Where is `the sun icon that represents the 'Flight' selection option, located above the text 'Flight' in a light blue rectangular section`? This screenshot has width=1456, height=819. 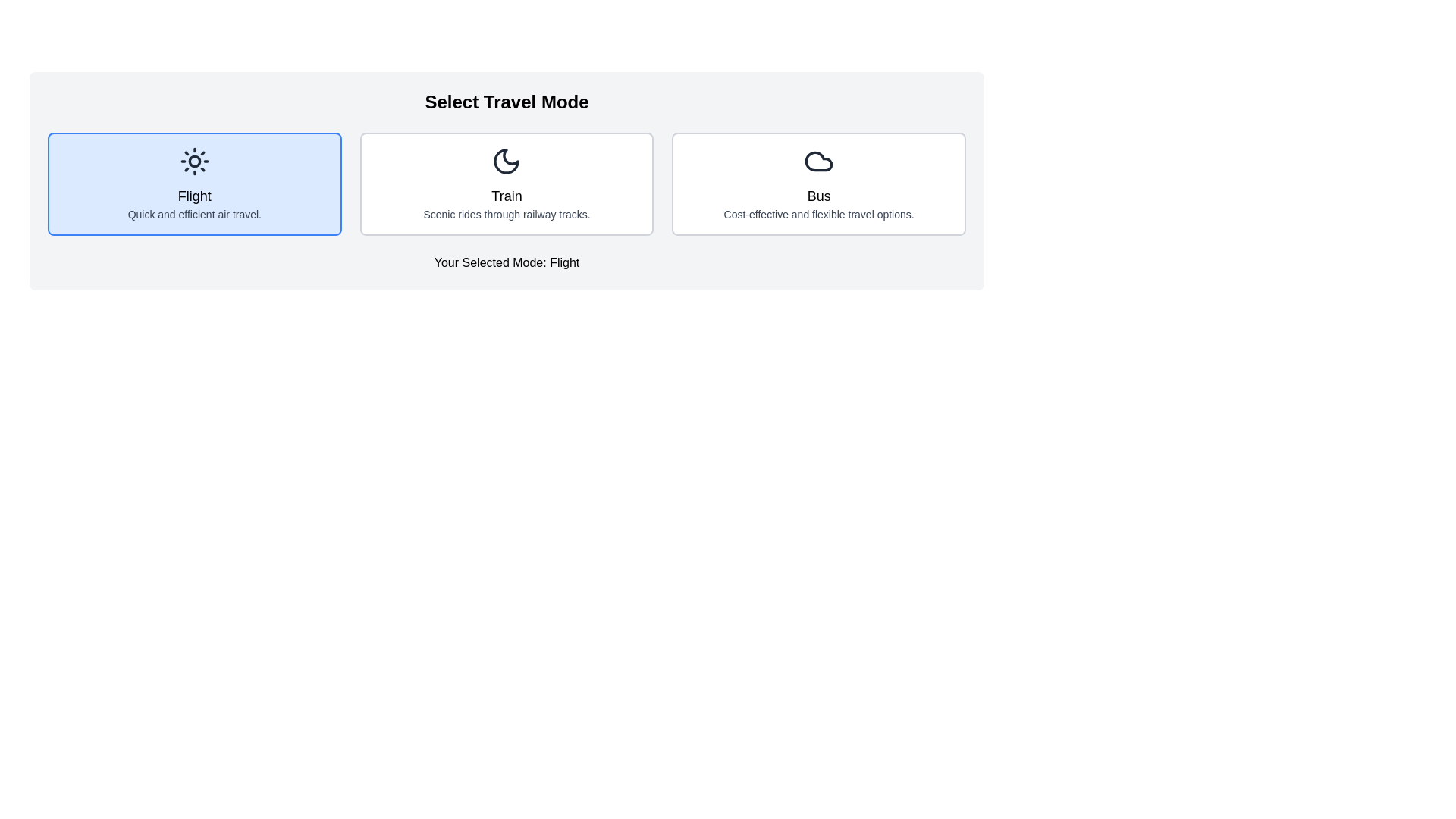 the sun icon that represents the 'Flight' selection option, located above the text 'Flight' in a light blue rectangular section is located at coordinates (193, 161).